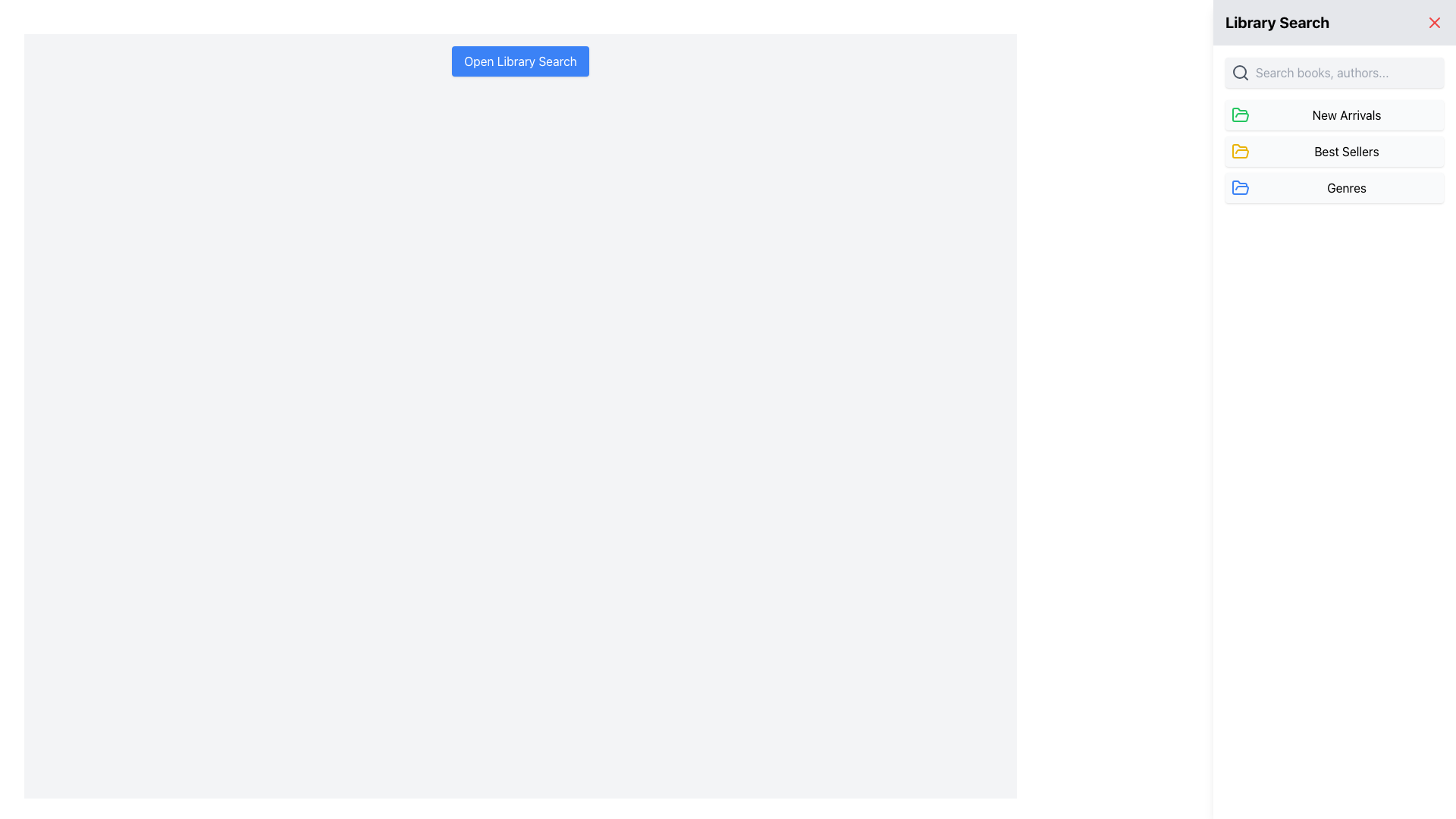  I want to click on the appearance of the yellow folder icon representing the 'Best Sellers' category in the 'Library Search' panel, so click(1241, 151).